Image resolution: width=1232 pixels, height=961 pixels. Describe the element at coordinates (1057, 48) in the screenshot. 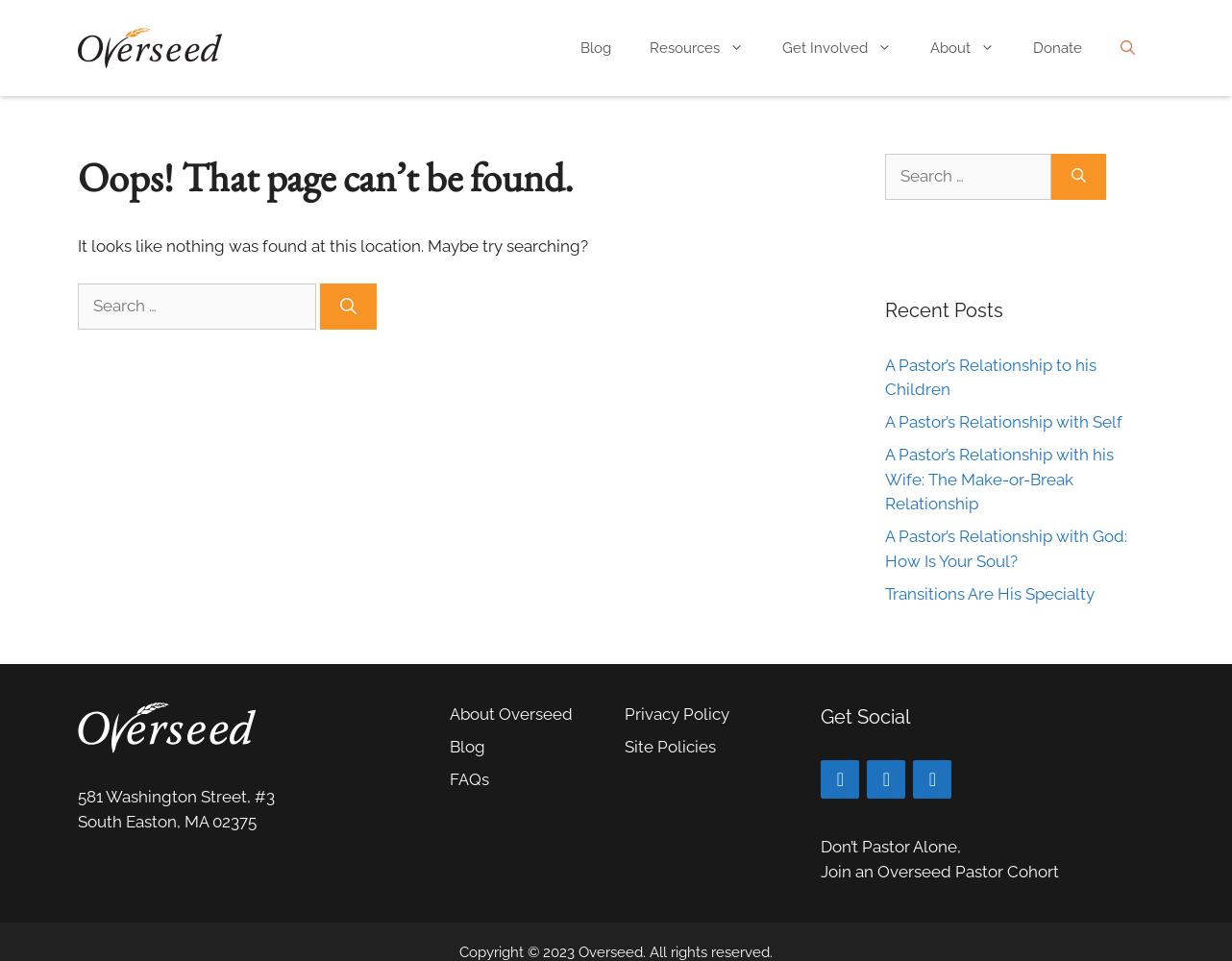

I see `'Donate'` at that location.